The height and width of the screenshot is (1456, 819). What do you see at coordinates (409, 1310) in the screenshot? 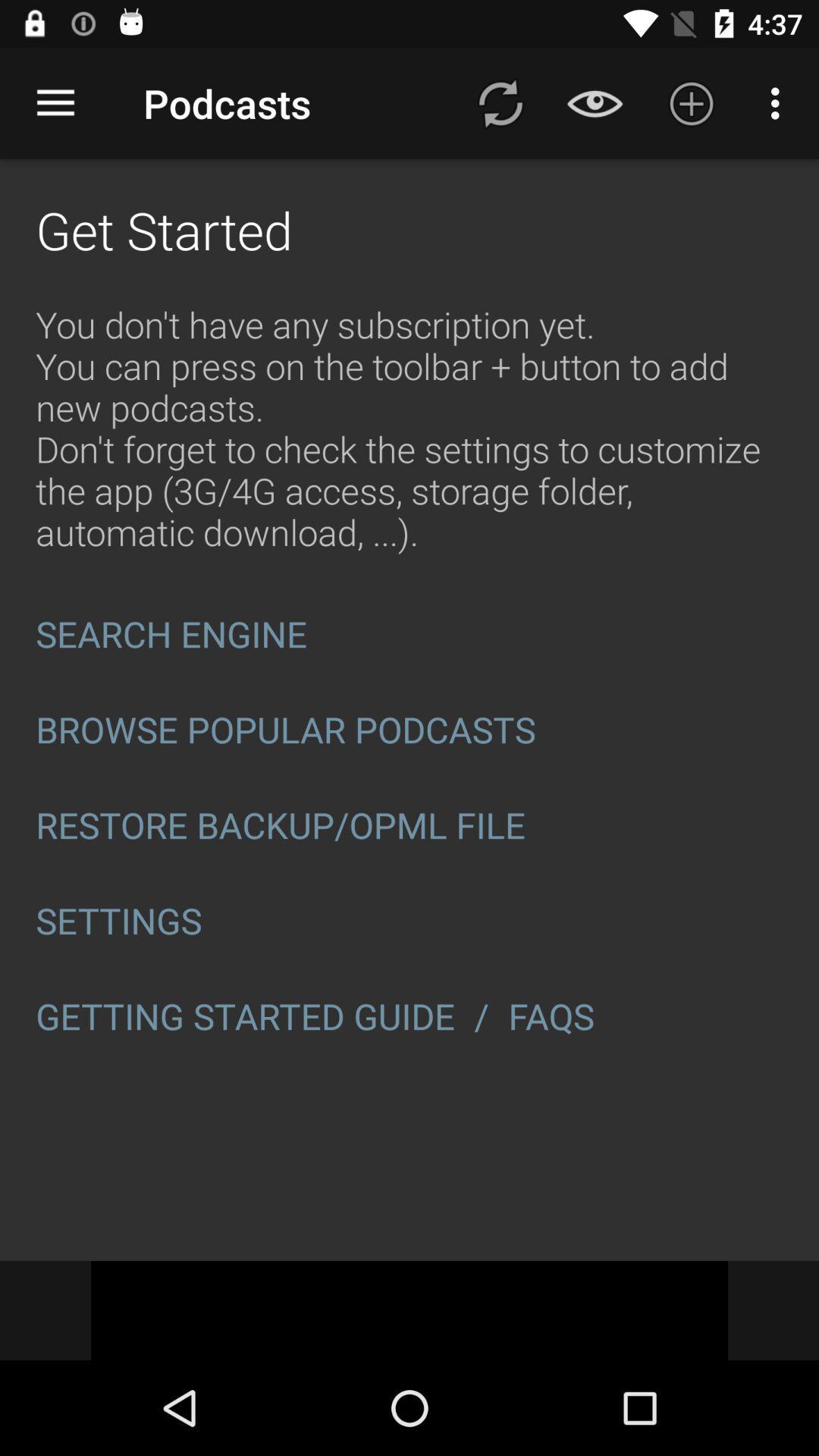
I see `the item below getting started guide` at bounding box center [409, 1310].